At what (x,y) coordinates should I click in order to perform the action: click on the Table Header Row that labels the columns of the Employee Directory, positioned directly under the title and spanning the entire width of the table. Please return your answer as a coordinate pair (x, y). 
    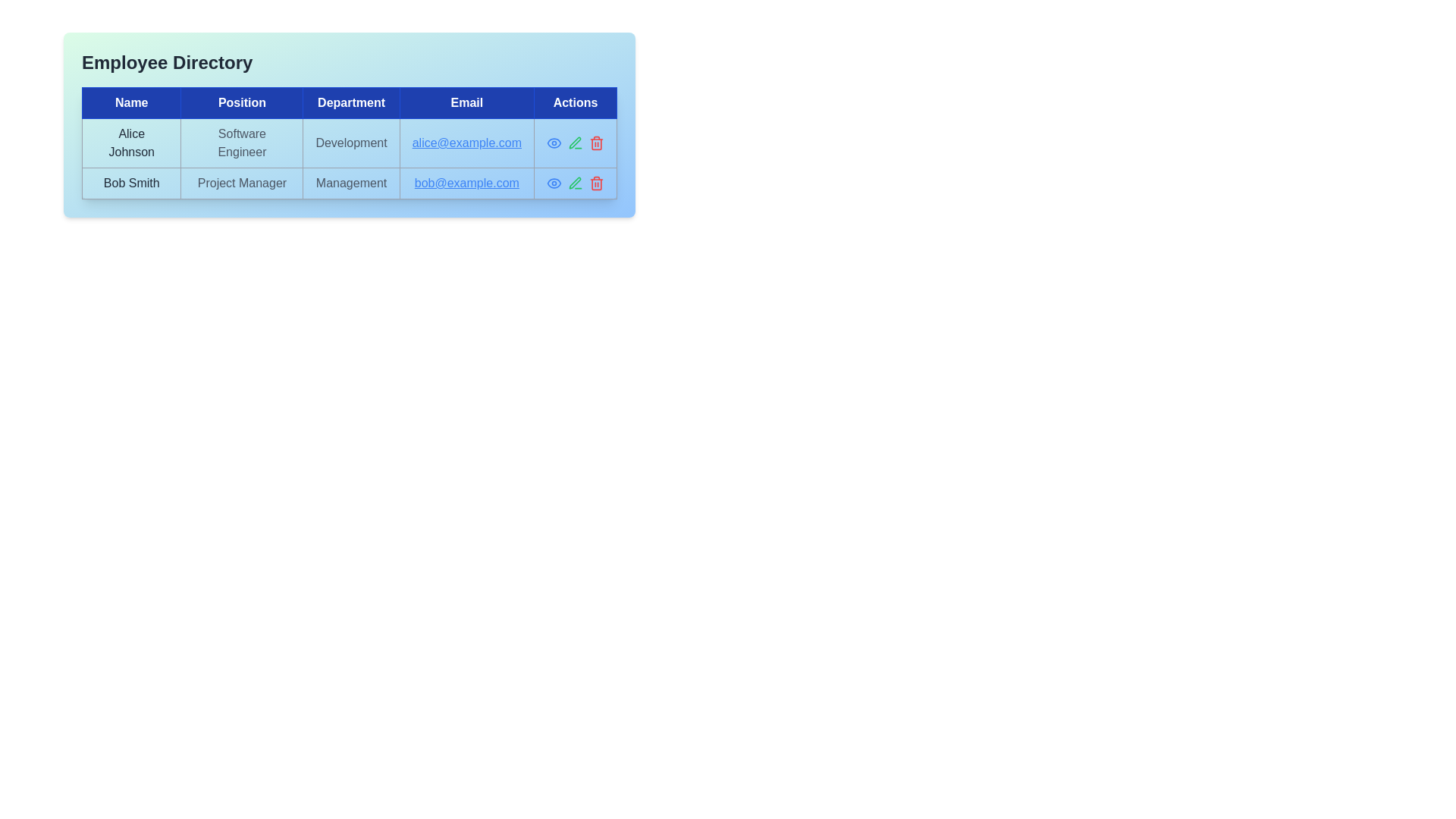
    Looking at the image, I should click on (348, 102).